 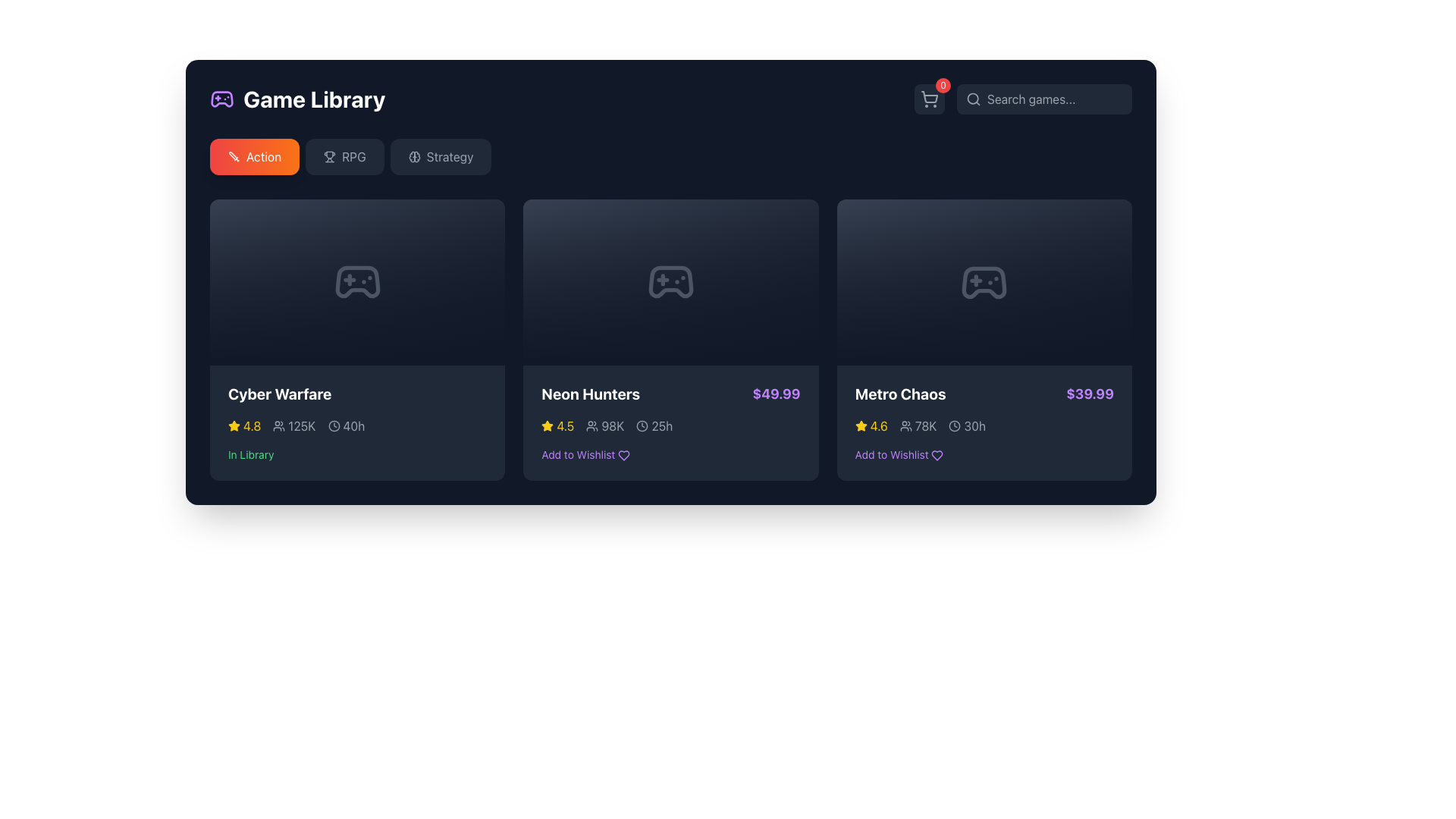 I want to click on the game controller icon, which is a graphical representation styled in purple and located next to the 'Game Library' text in the top left corner of the interface, so click(x=221, y=99).